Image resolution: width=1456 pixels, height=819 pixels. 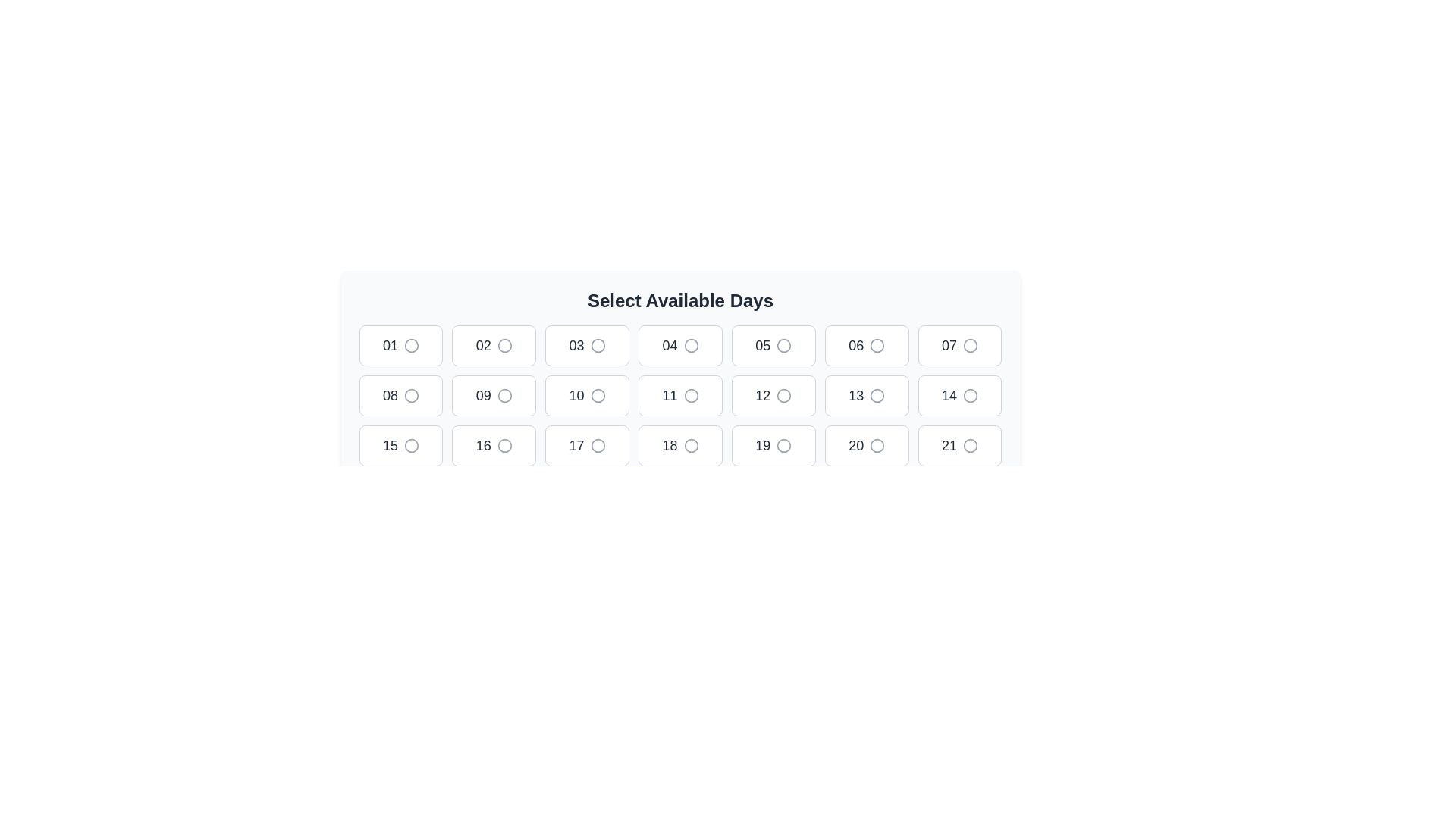 I want to click on the selectable button representing day 2, located under the 'Select Available Days' heading, so click(x=494, y=345).